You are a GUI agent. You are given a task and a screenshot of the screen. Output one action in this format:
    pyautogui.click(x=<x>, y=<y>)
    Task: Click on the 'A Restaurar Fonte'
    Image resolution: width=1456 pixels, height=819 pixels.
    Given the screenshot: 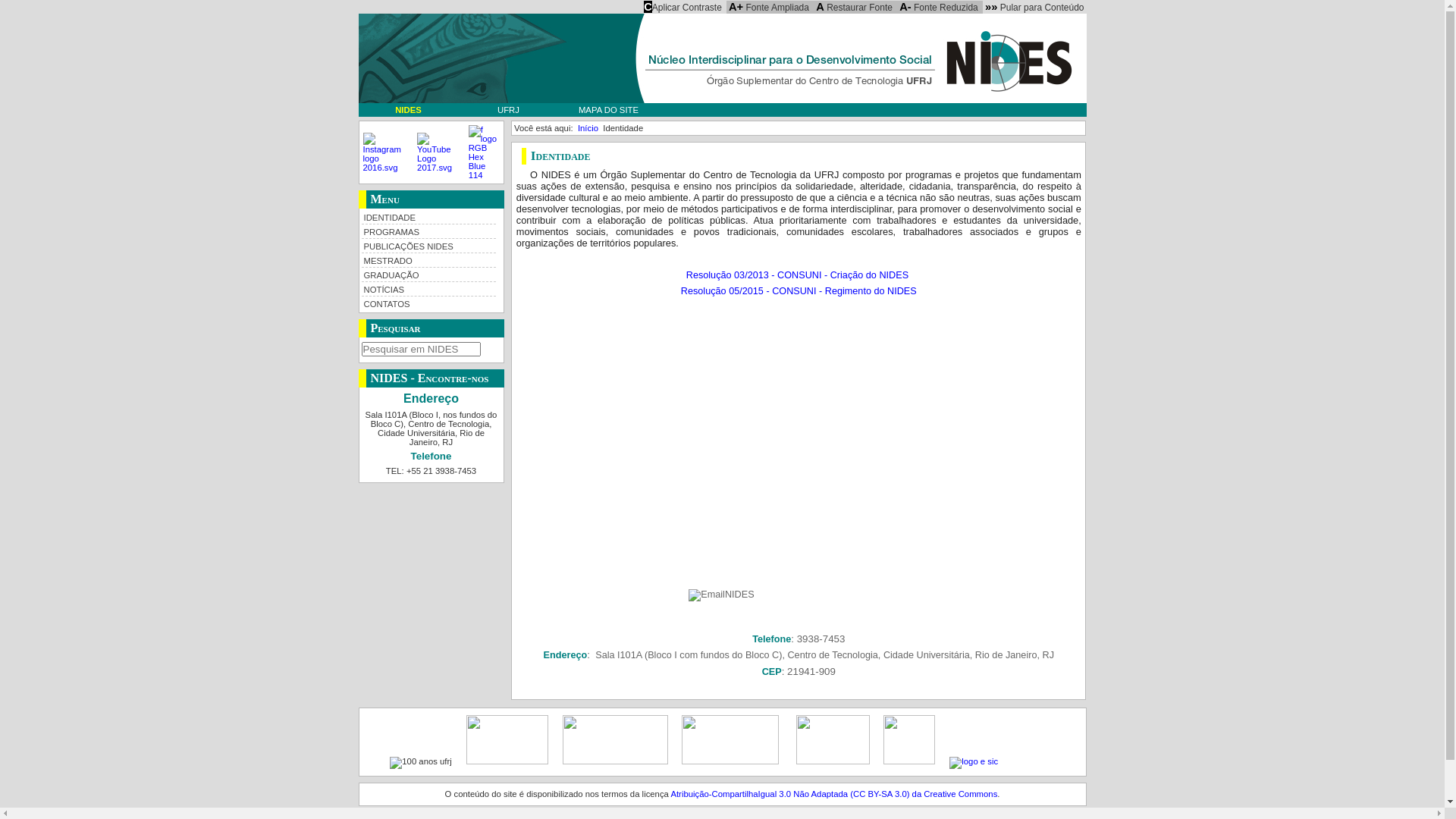 What is the action you would take?
    pyautogui.click(x=854, y=6)
    